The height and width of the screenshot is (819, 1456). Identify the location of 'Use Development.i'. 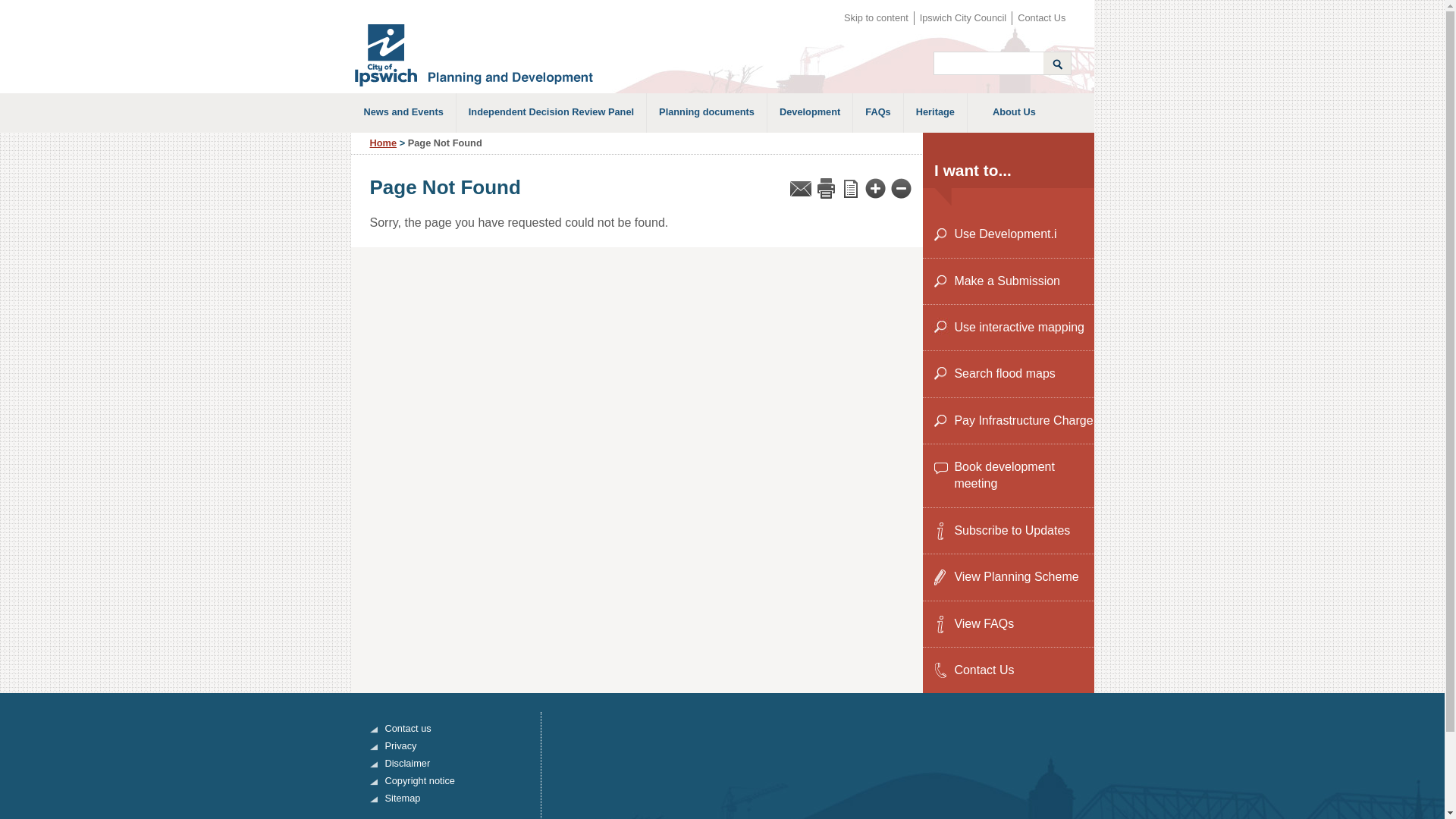
(1012, 234).